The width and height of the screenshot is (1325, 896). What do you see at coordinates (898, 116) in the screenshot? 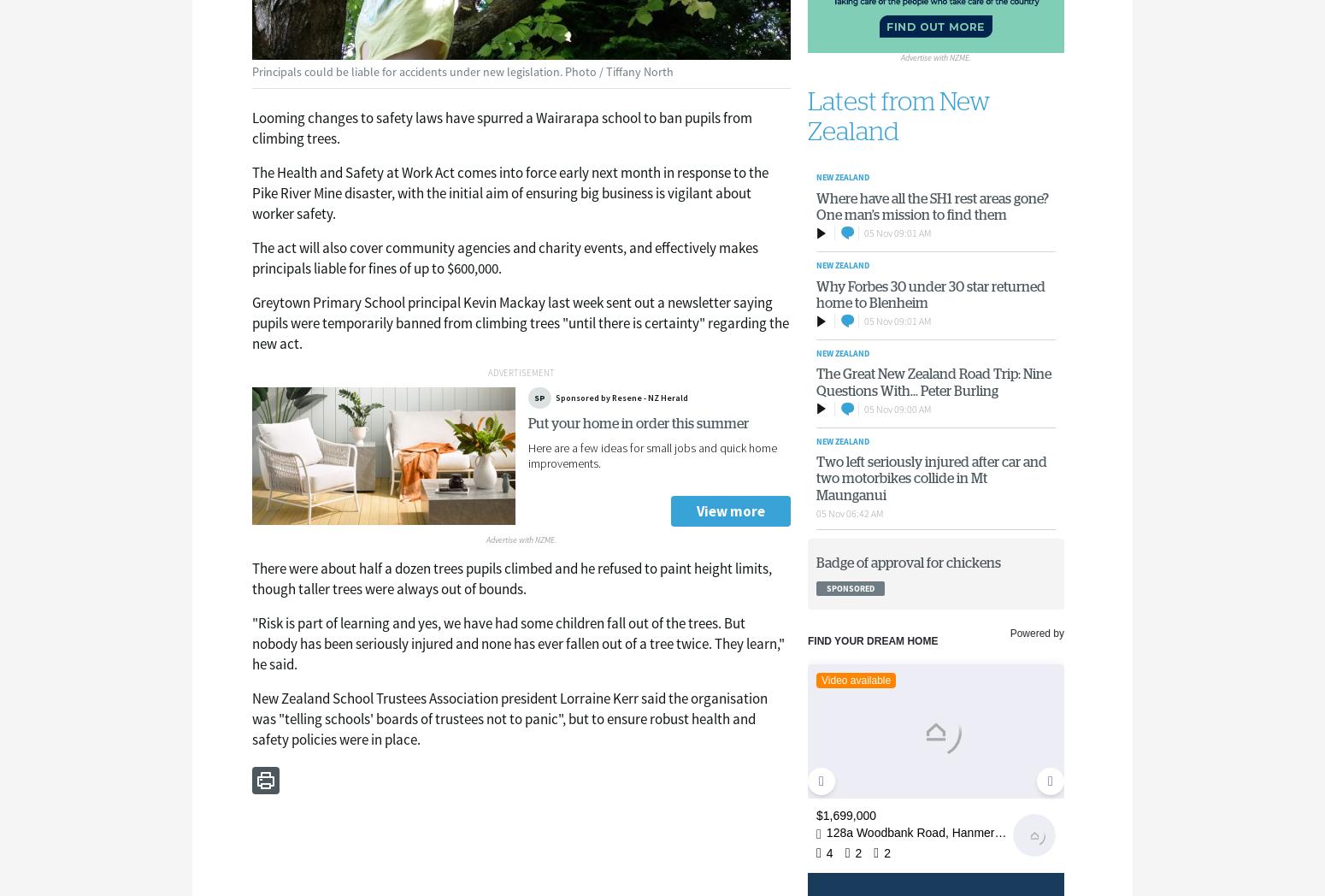
I see `'Latest from New Zealand'` at bounding box center [898, 116].